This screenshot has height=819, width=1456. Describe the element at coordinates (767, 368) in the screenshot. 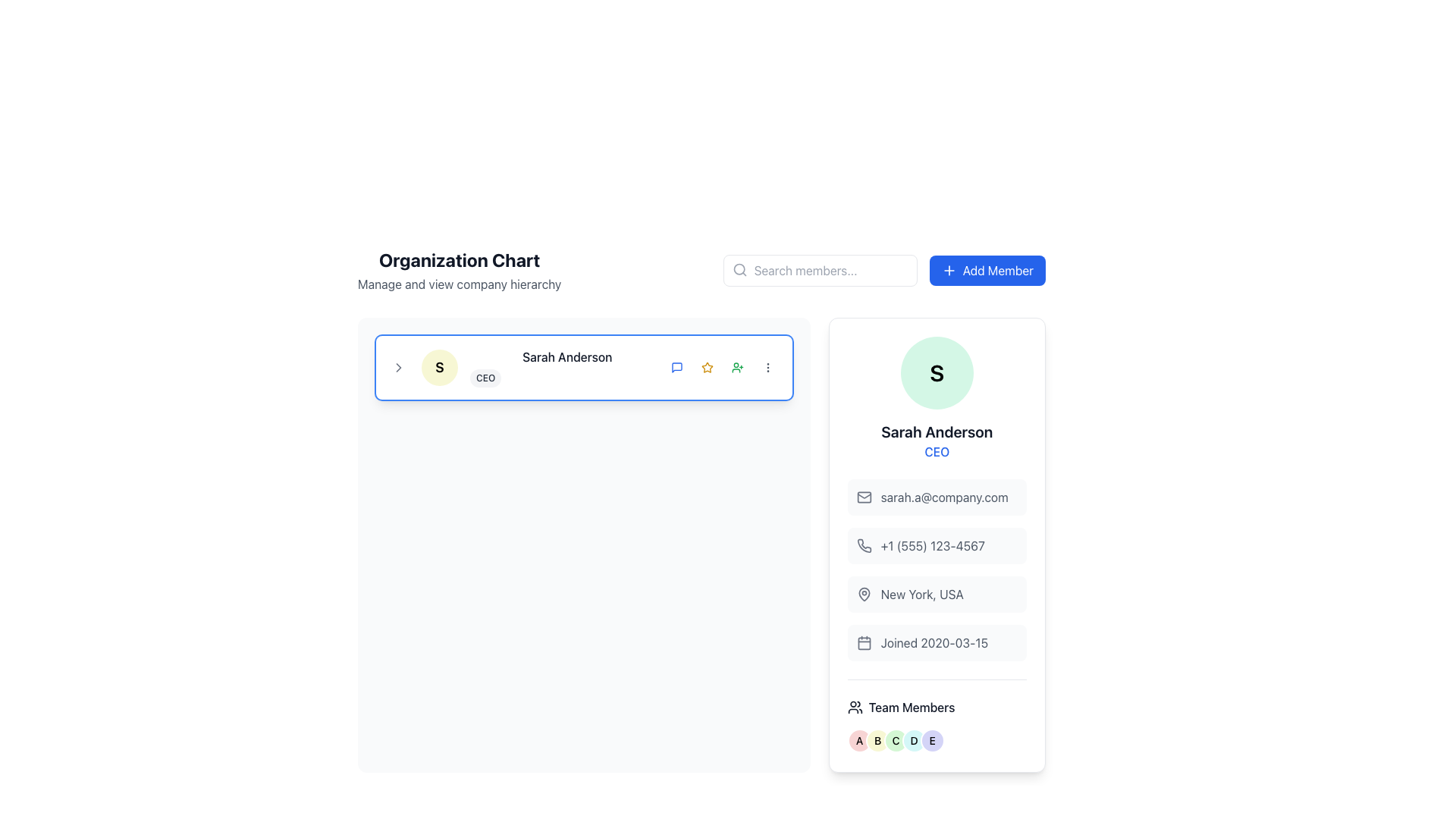

I see `the Icon Button located at the far right end of the horizontal row of interactive elements` at that location.